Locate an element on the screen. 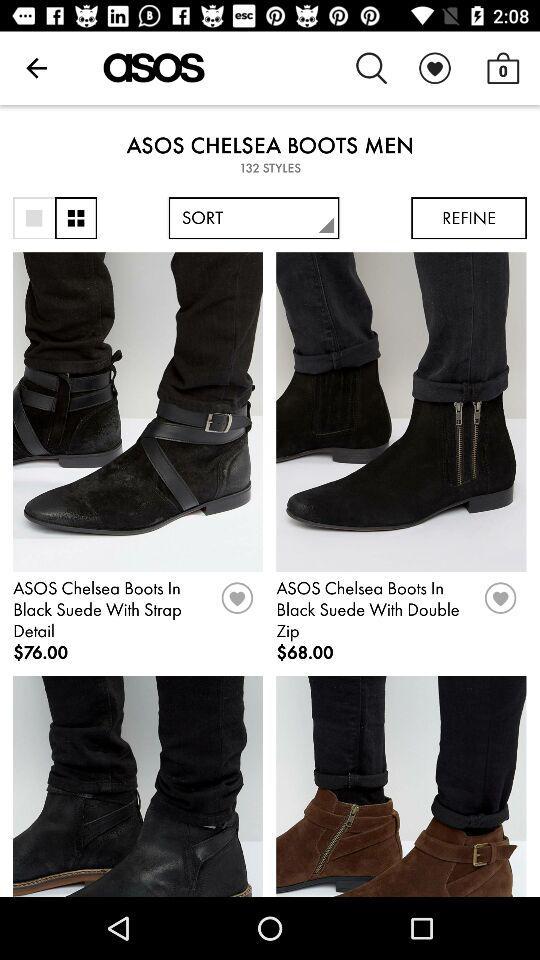 This screenshot has width=540, height=960. the icon to the left of the refine item is located at coordinates (254, 218).